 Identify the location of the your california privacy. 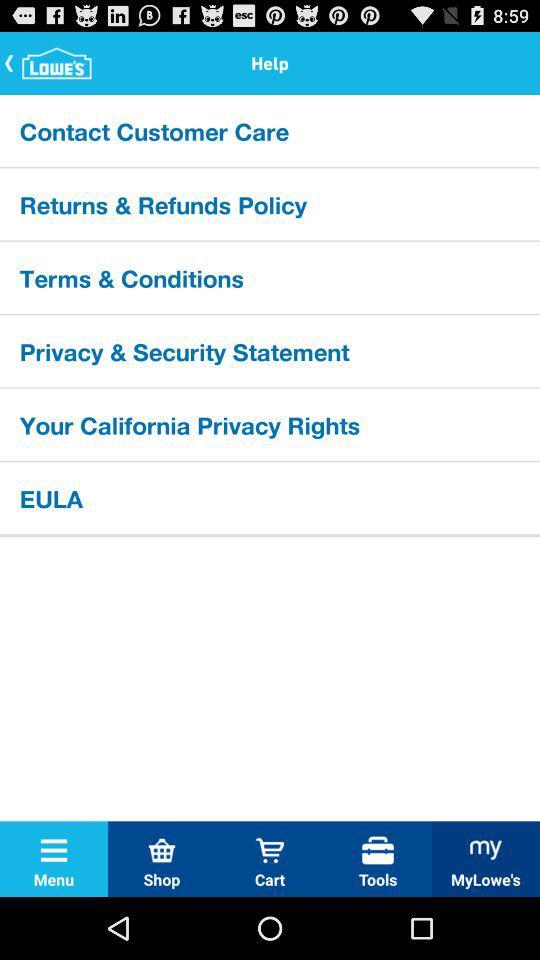
(270, 424).